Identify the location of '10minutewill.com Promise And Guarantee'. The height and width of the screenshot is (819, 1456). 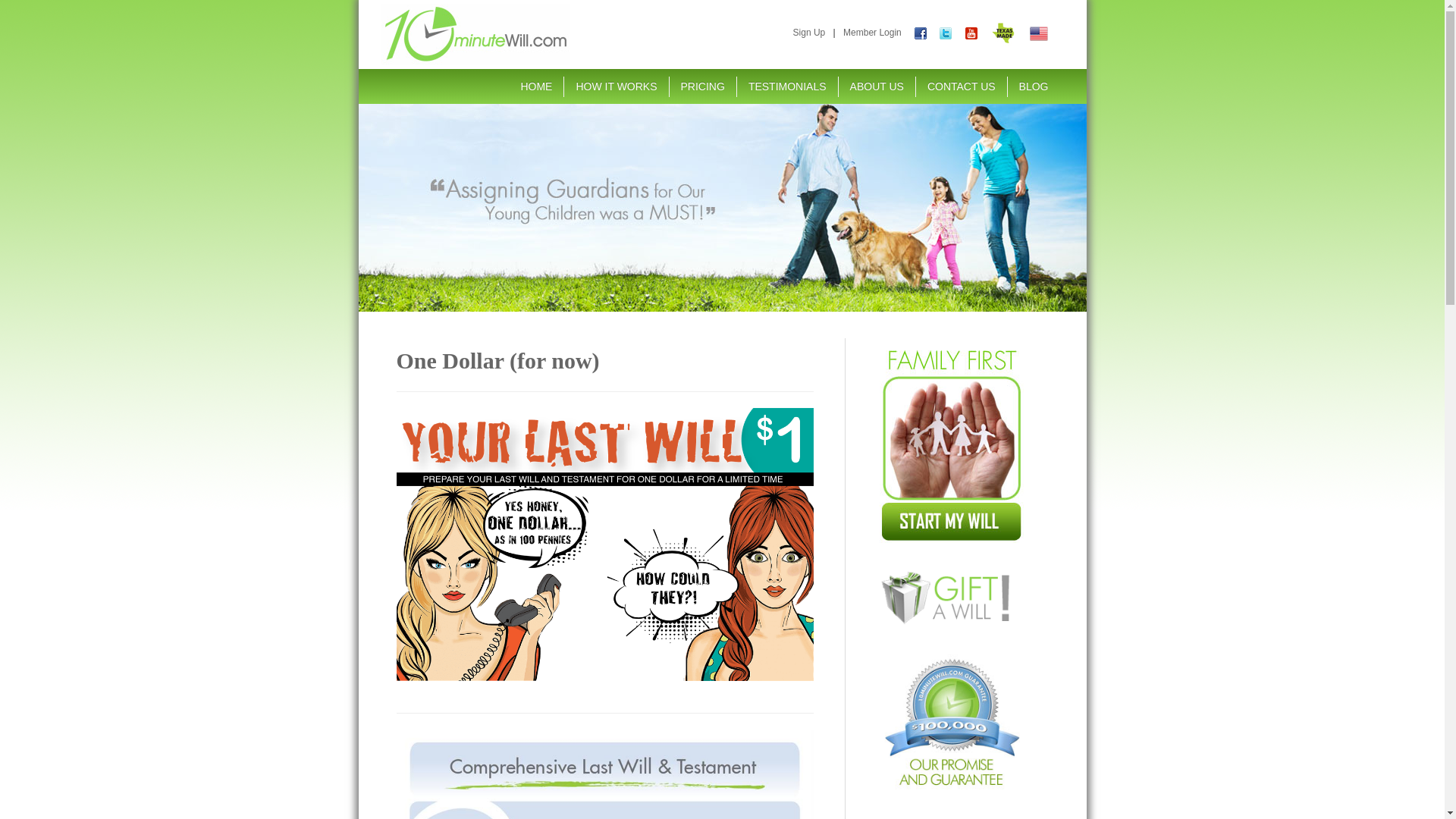
(950, 720).